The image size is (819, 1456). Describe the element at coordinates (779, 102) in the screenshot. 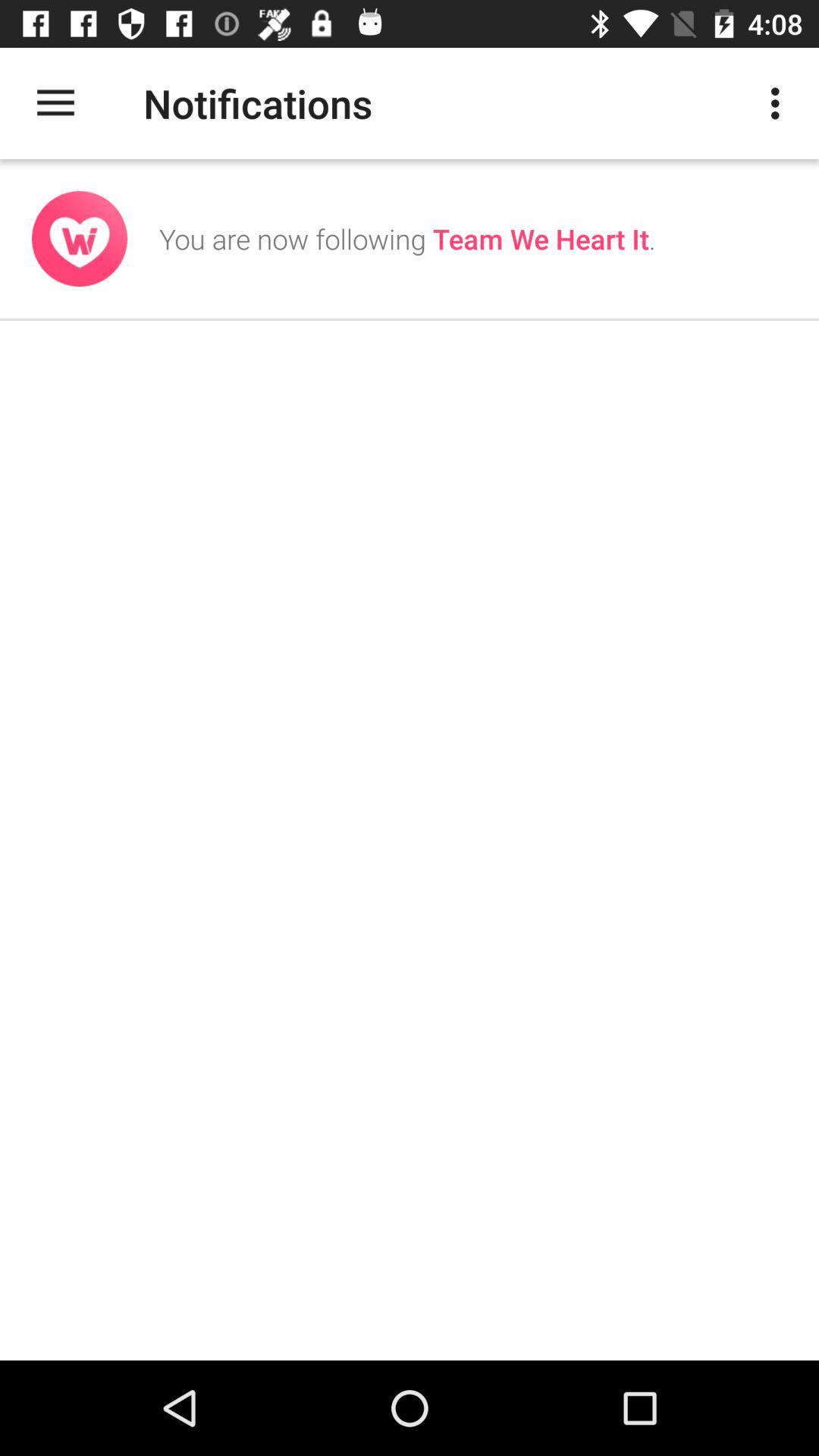

I see `icon above the you are now item` at that location.